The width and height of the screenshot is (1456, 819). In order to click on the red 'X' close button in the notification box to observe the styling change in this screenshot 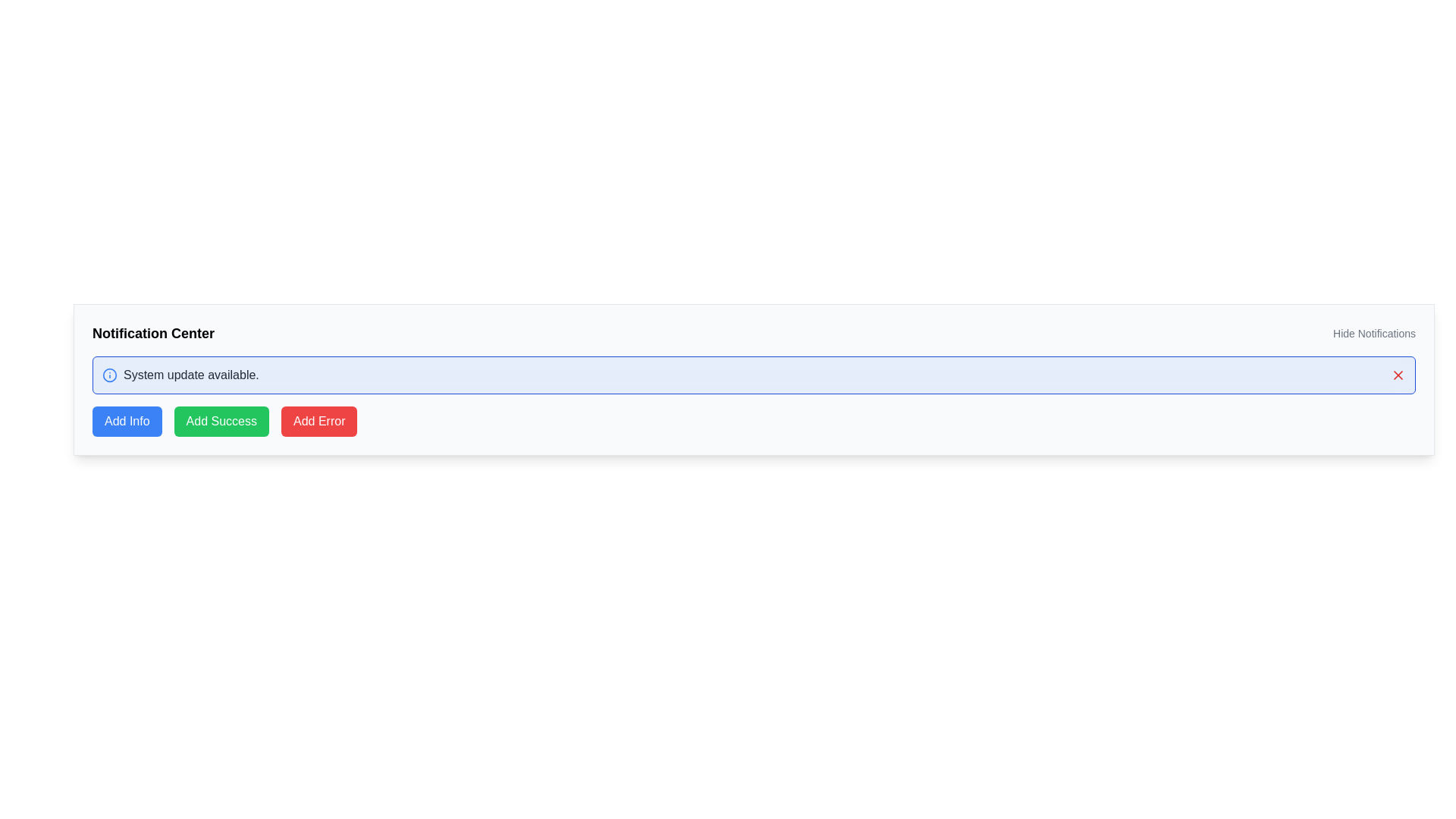, I will do `click(1397, 375)`.